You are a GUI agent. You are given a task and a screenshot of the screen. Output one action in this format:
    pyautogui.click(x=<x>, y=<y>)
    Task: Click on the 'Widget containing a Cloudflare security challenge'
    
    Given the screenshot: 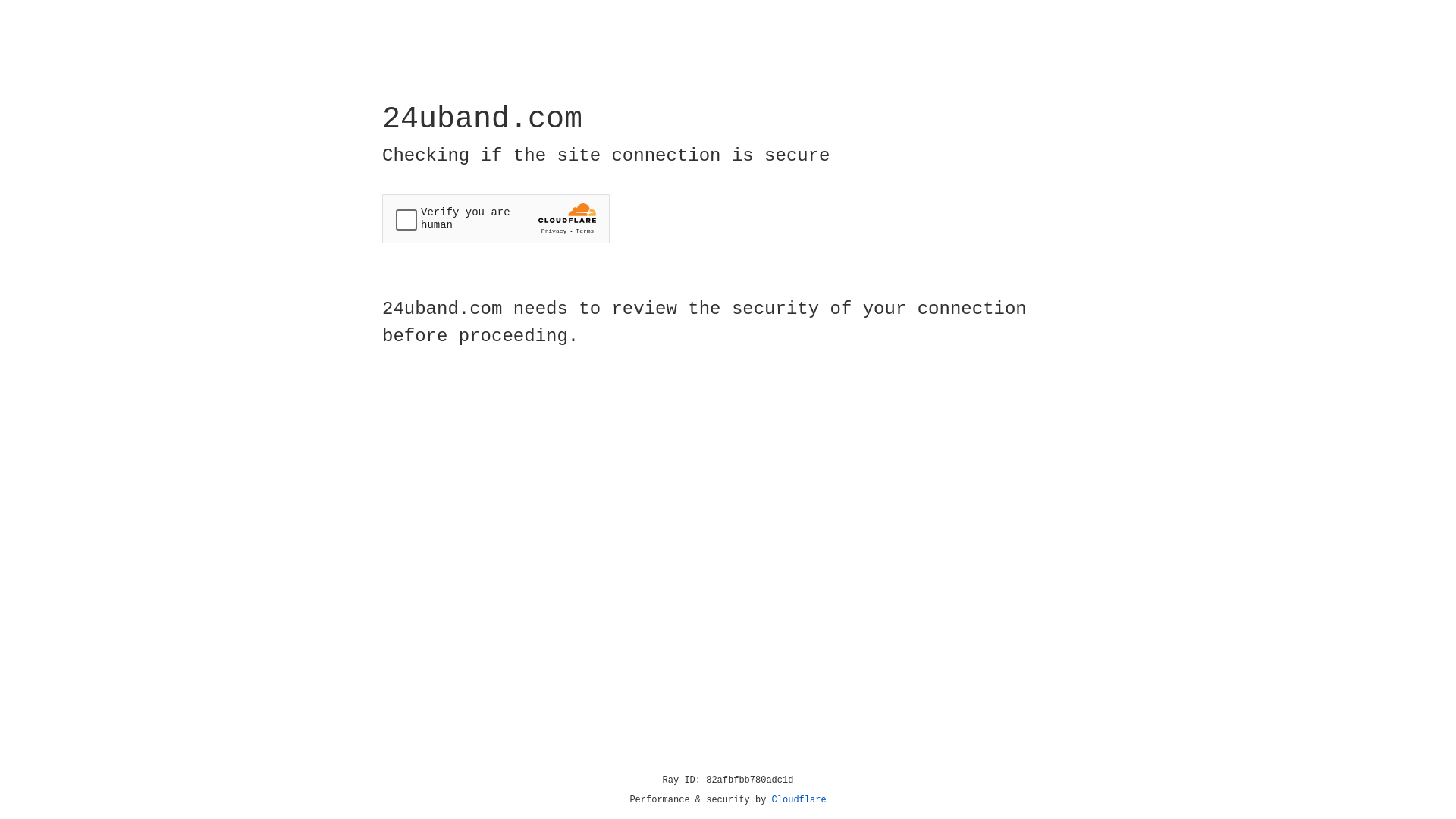 What is the action you would take?
    pyautogui.click(x=495, y=218)
    